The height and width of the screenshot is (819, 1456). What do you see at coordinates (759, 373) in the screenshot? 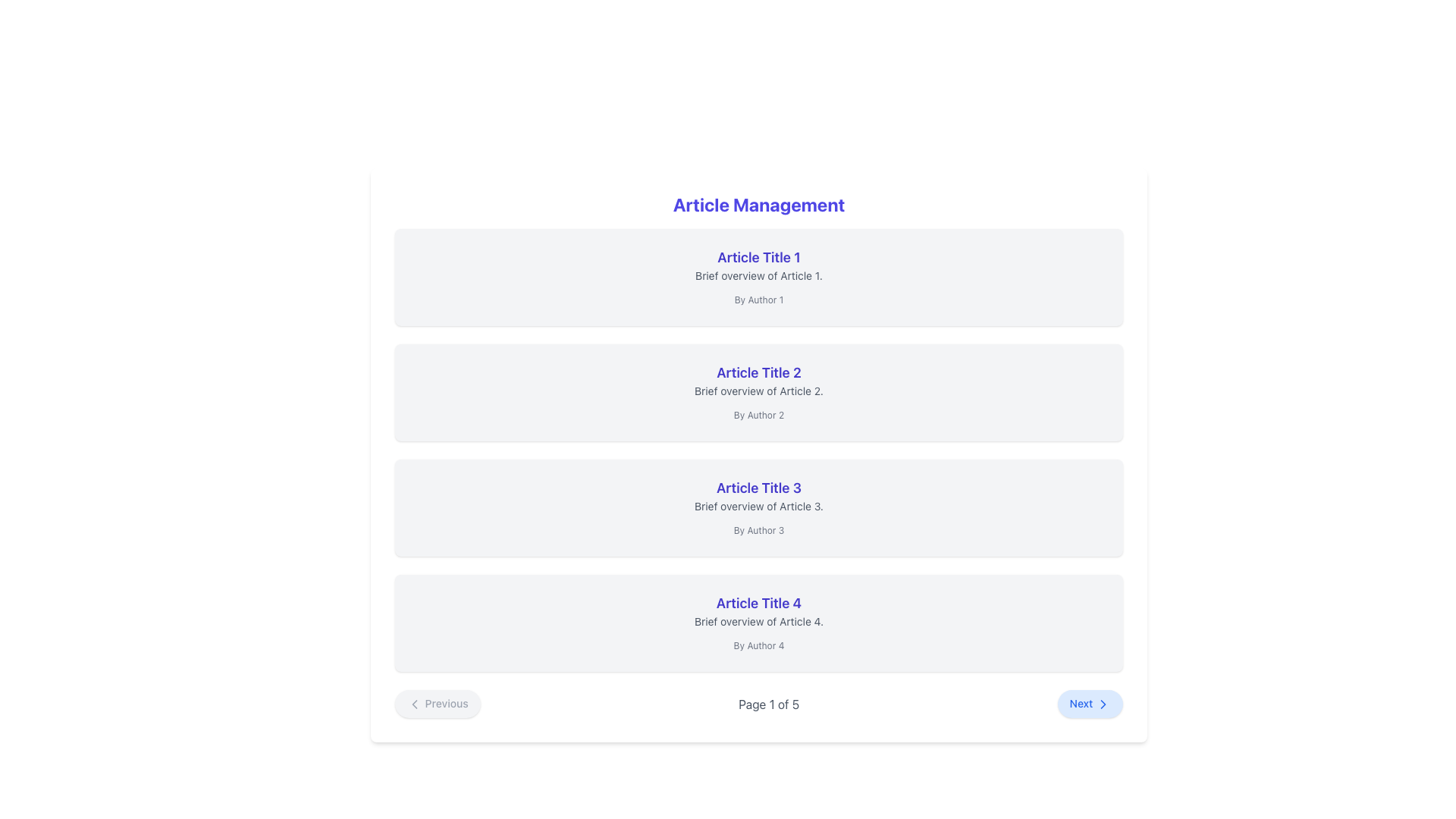
I see `the header text label 'Article Title 2' which is prominently styled with a large, bold, indigo font within a card-like section` at bounding box center [759, 373].